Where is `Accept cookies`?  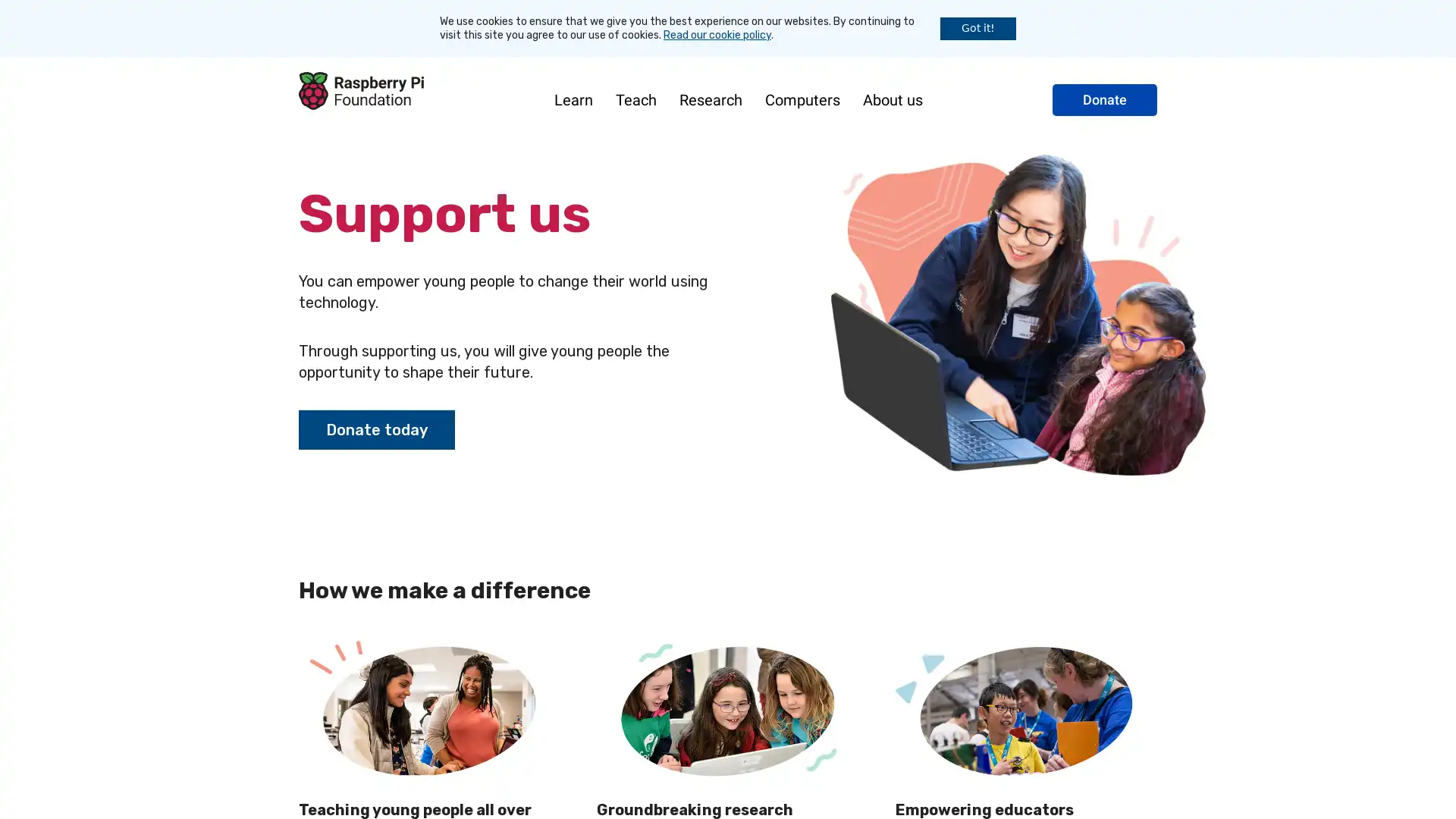 Accept cookies is located at coordinates (978, 28).